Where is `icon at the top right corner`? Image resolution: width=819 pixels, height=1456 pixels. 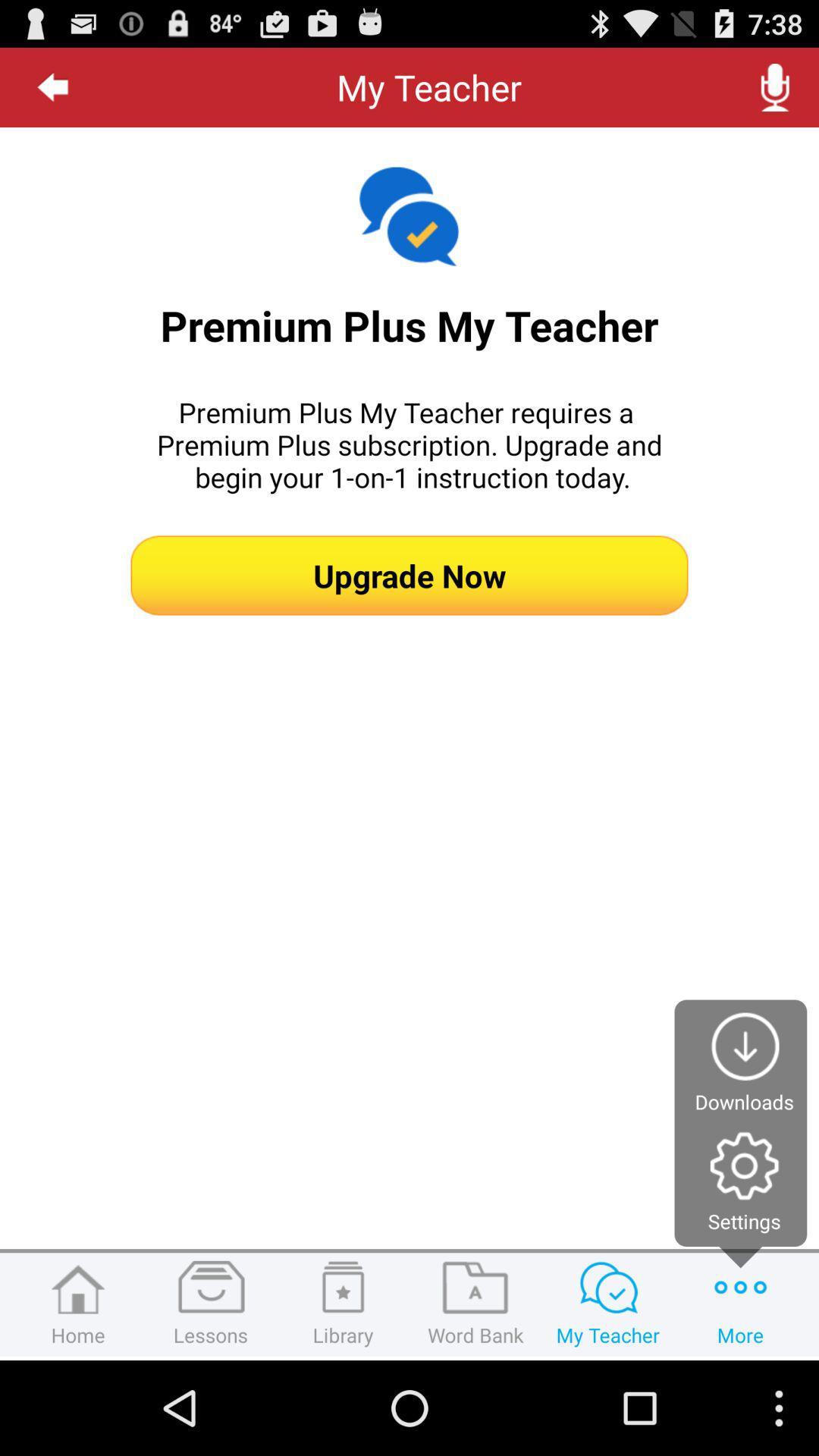 icon at the top right corner is located at coordinates (775, 86).